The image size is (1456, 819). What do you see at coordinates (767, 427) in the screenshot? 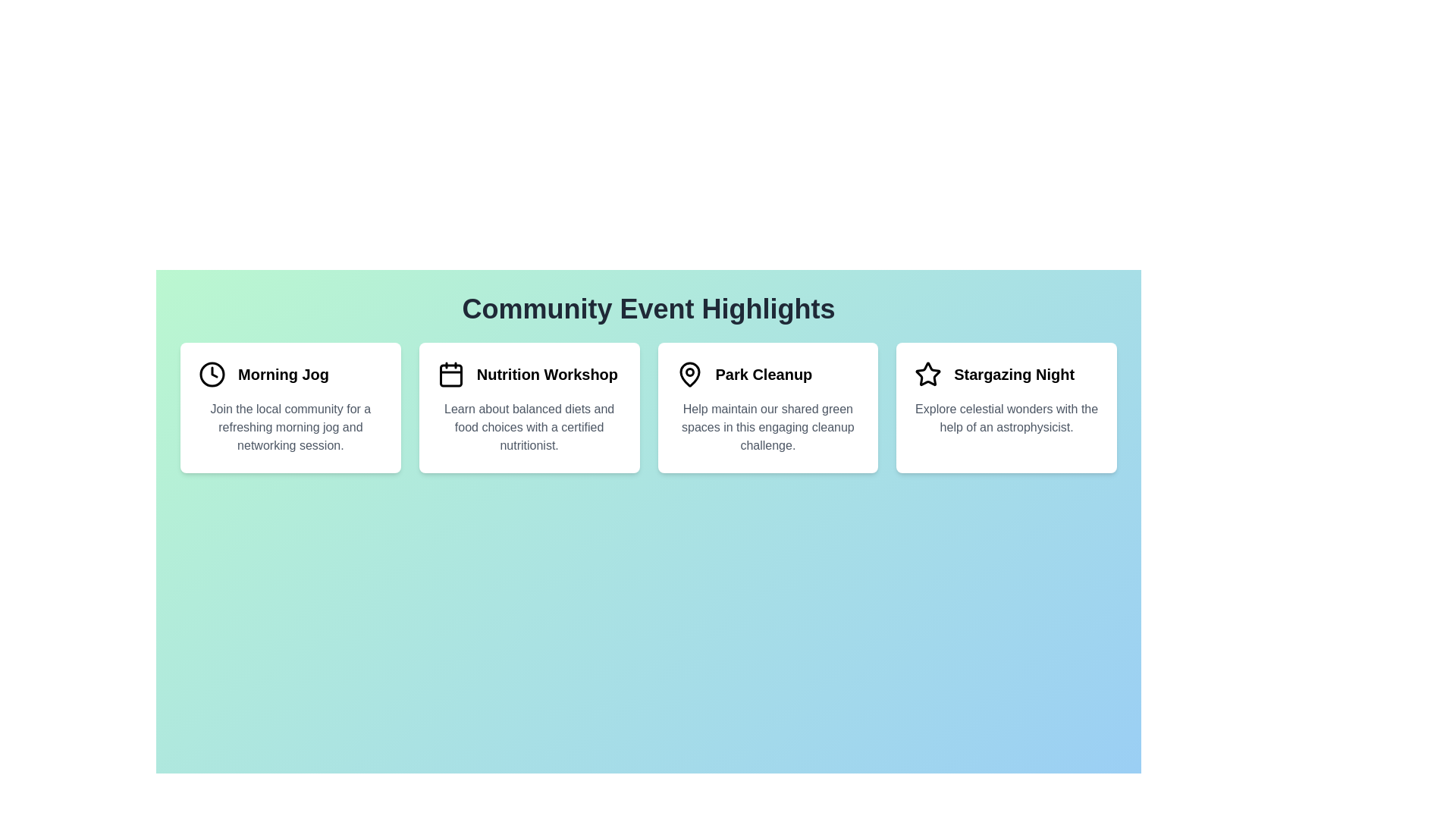
I see `the text block providing a brief description of the 'Park Cleanup' event, which is located below the title and map pin icon in the third card of four displayed cards` at bounding box center [767, 427].